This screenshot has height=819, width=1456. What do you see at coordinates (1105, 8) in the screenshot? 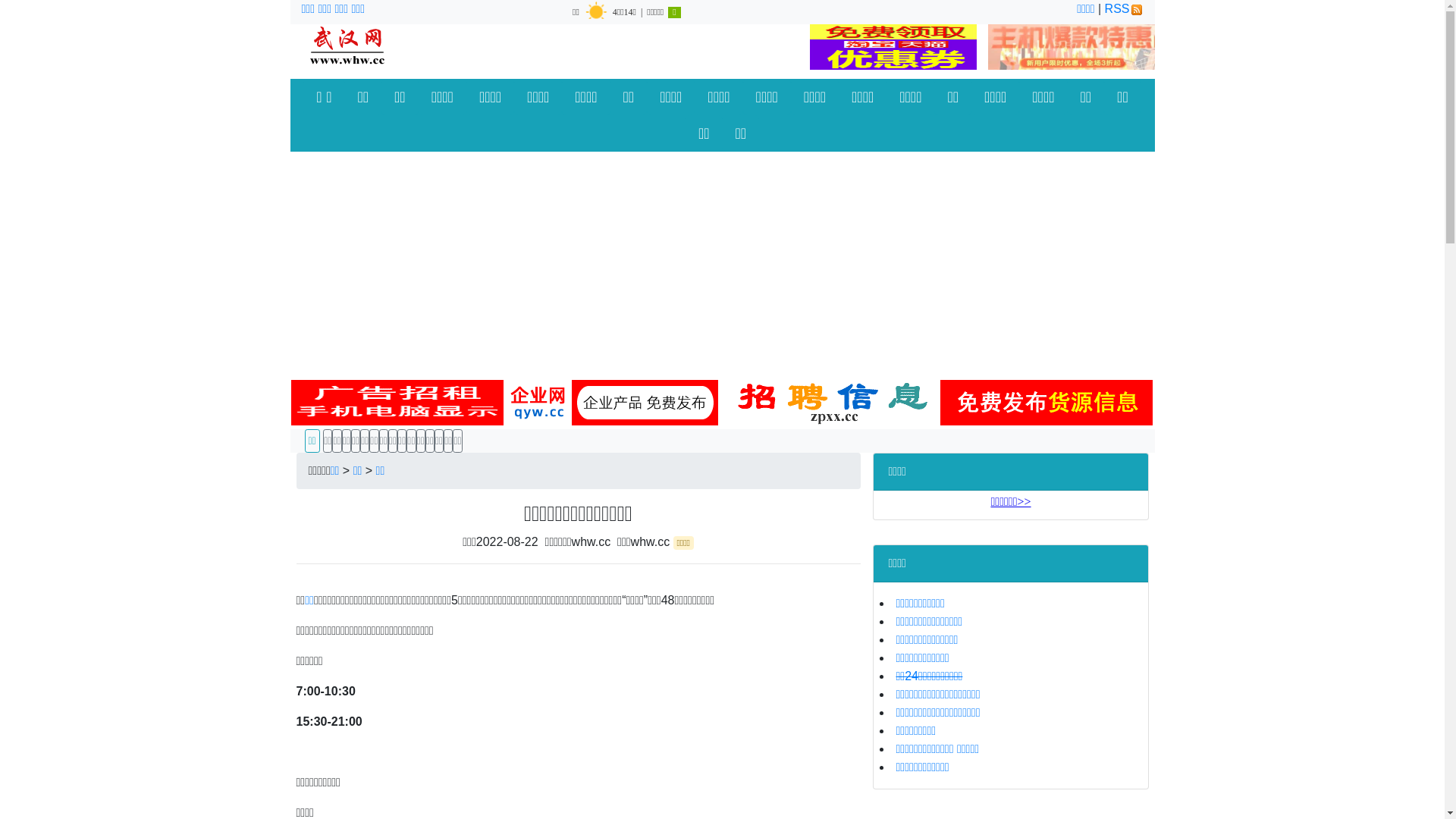
I see `'RSS'` at bounding box center [1105, 8].